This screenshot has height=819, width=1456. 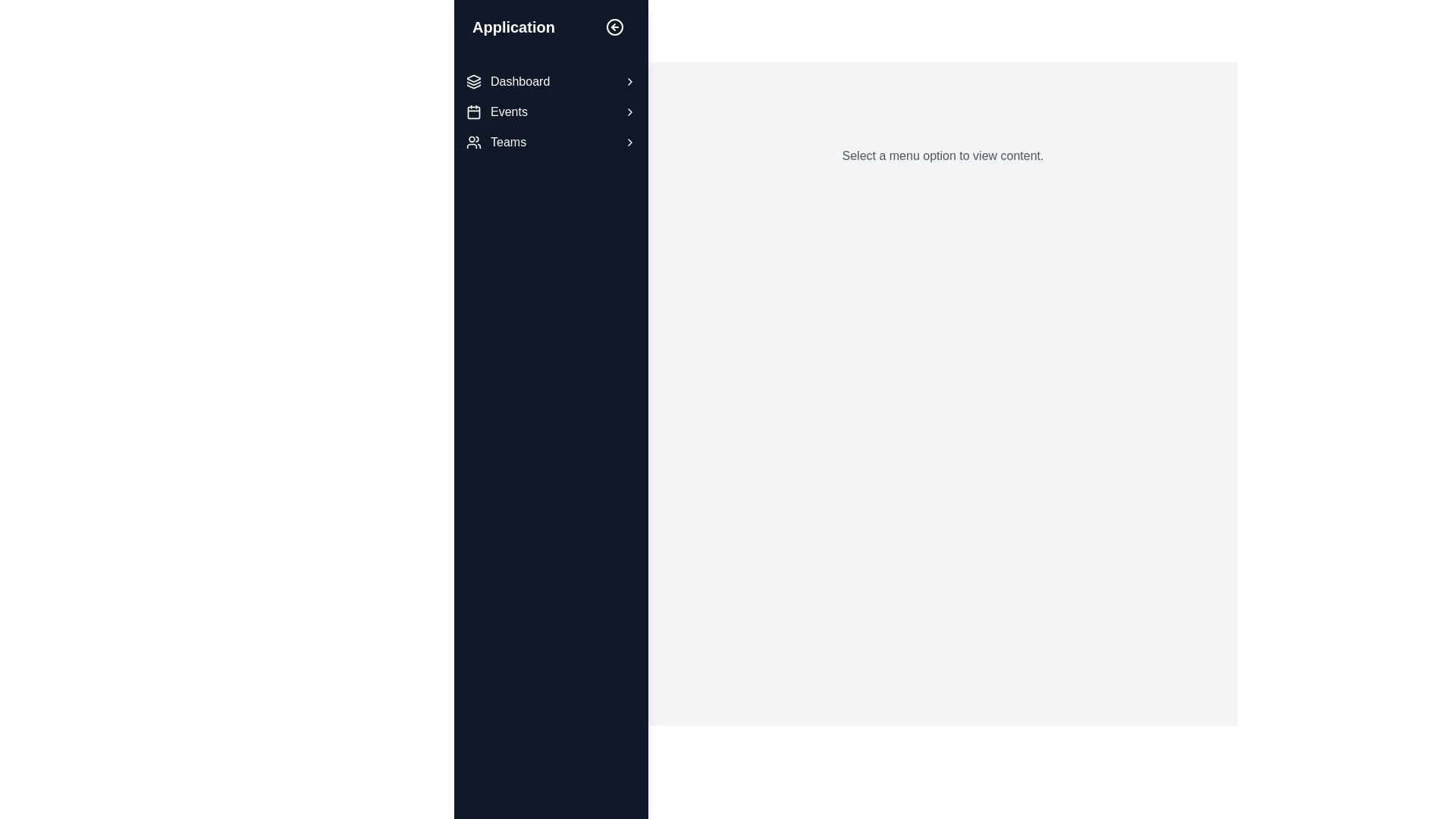 I want to click on the 'Teams' icon in the sidebar menu to trigger the tooltip, so click(x=472, y=143).